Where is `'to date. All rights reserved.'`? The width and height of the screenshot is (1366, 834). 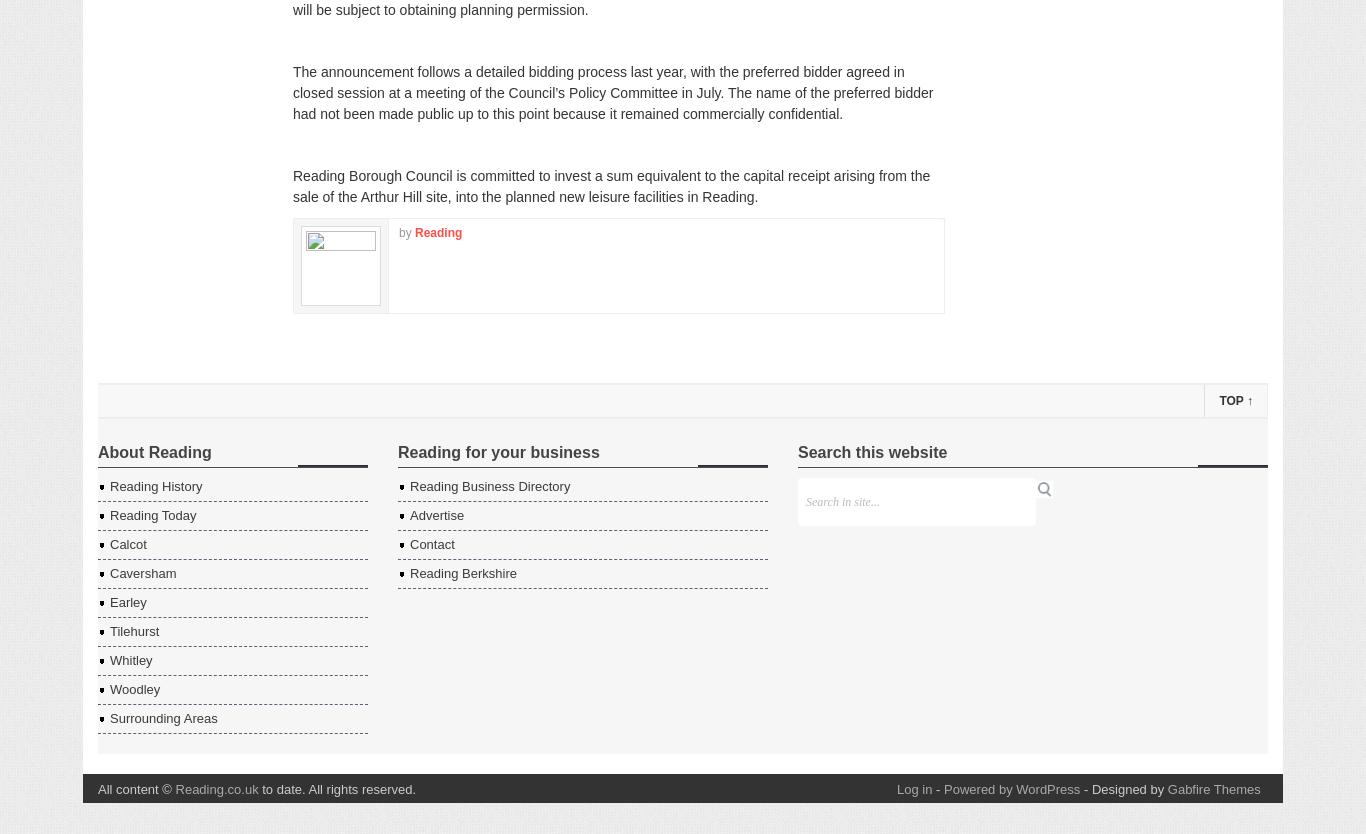 'to date. All rights reserved.' is located at coordinates (258, 788).